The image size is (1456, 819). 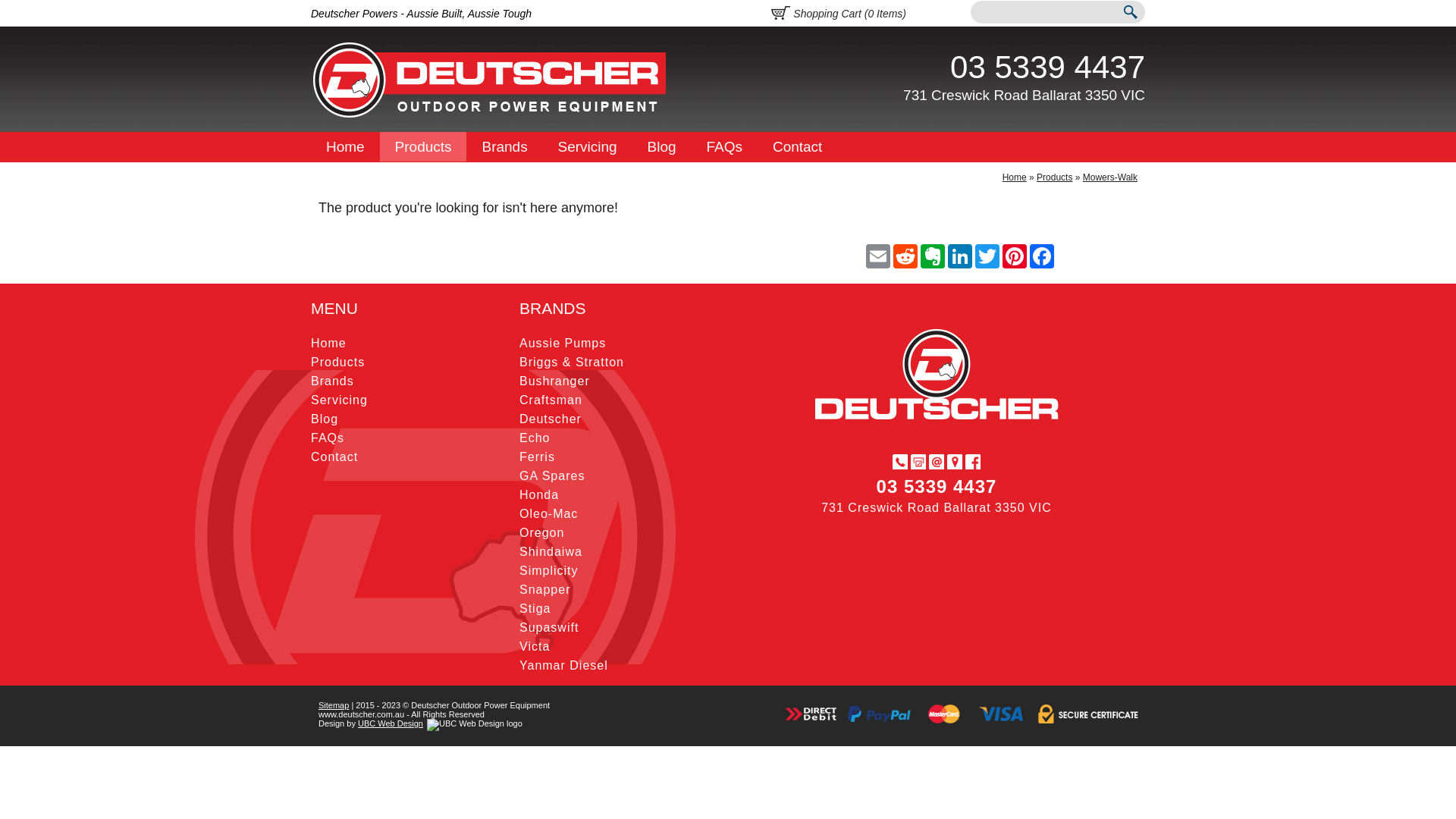 What do you see at coordinates (987, 256) in the screenshot?
I see `'Twitter'` at bounding box center [987, 256].